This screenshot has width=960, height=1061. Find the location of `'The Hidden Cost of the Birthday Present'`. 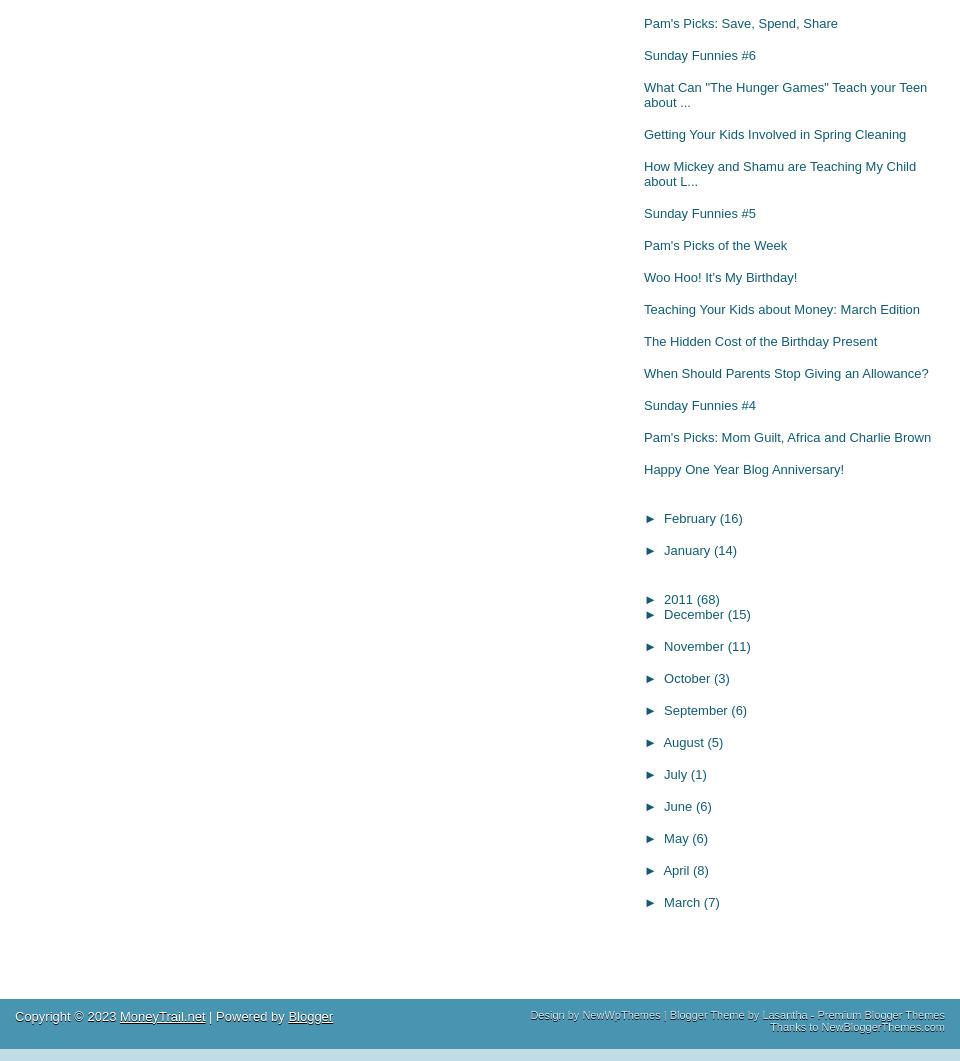

'The Hidden Cost of the Birthday Present' is located at coordinates (759, 339).